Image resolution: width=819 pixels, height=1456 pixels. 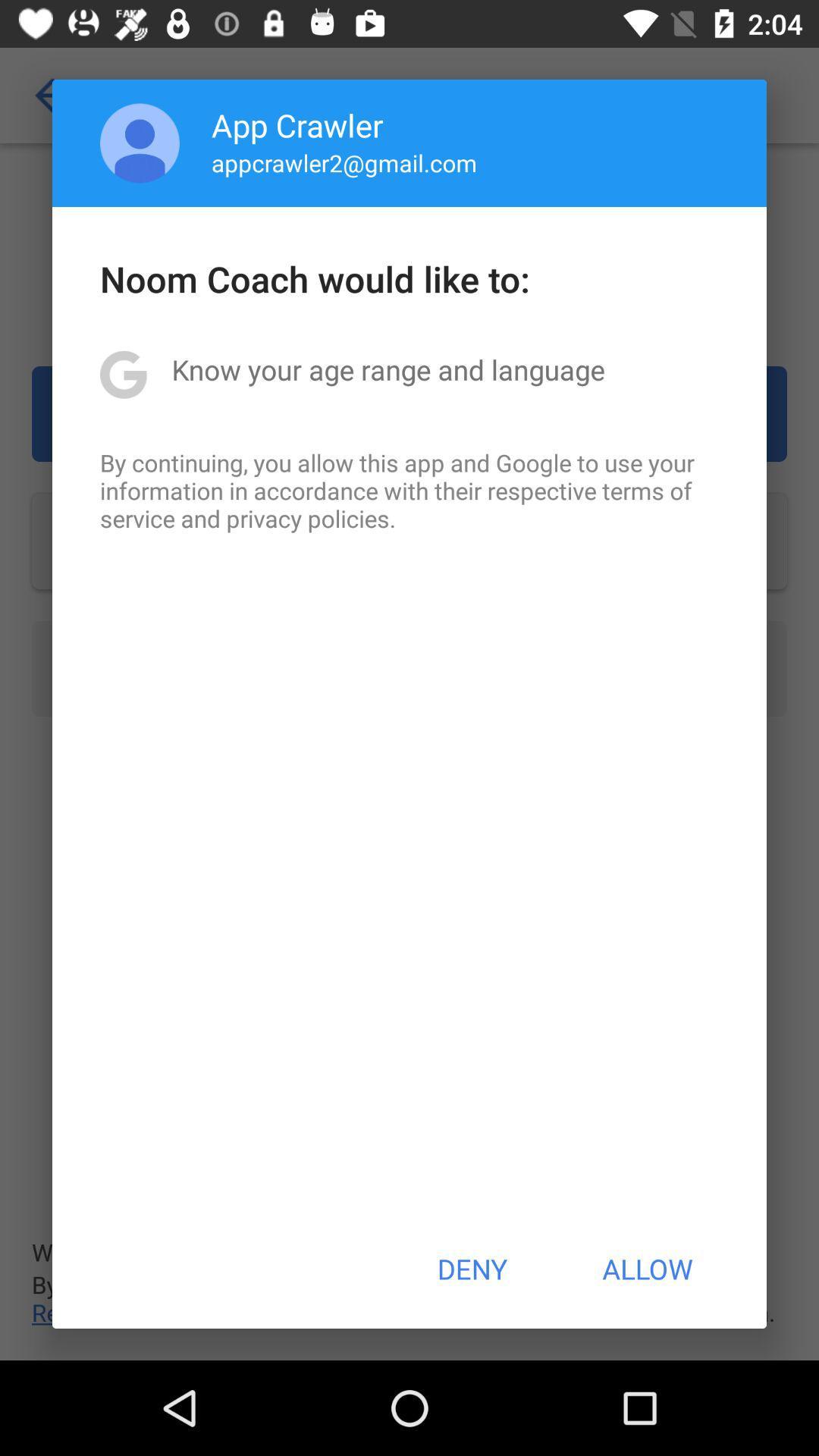 What do you see at coordinates (297, 124) in the screenshot?
I see `the icon above appcrawler2@gmail.com app` at bounding box center [297, 124].